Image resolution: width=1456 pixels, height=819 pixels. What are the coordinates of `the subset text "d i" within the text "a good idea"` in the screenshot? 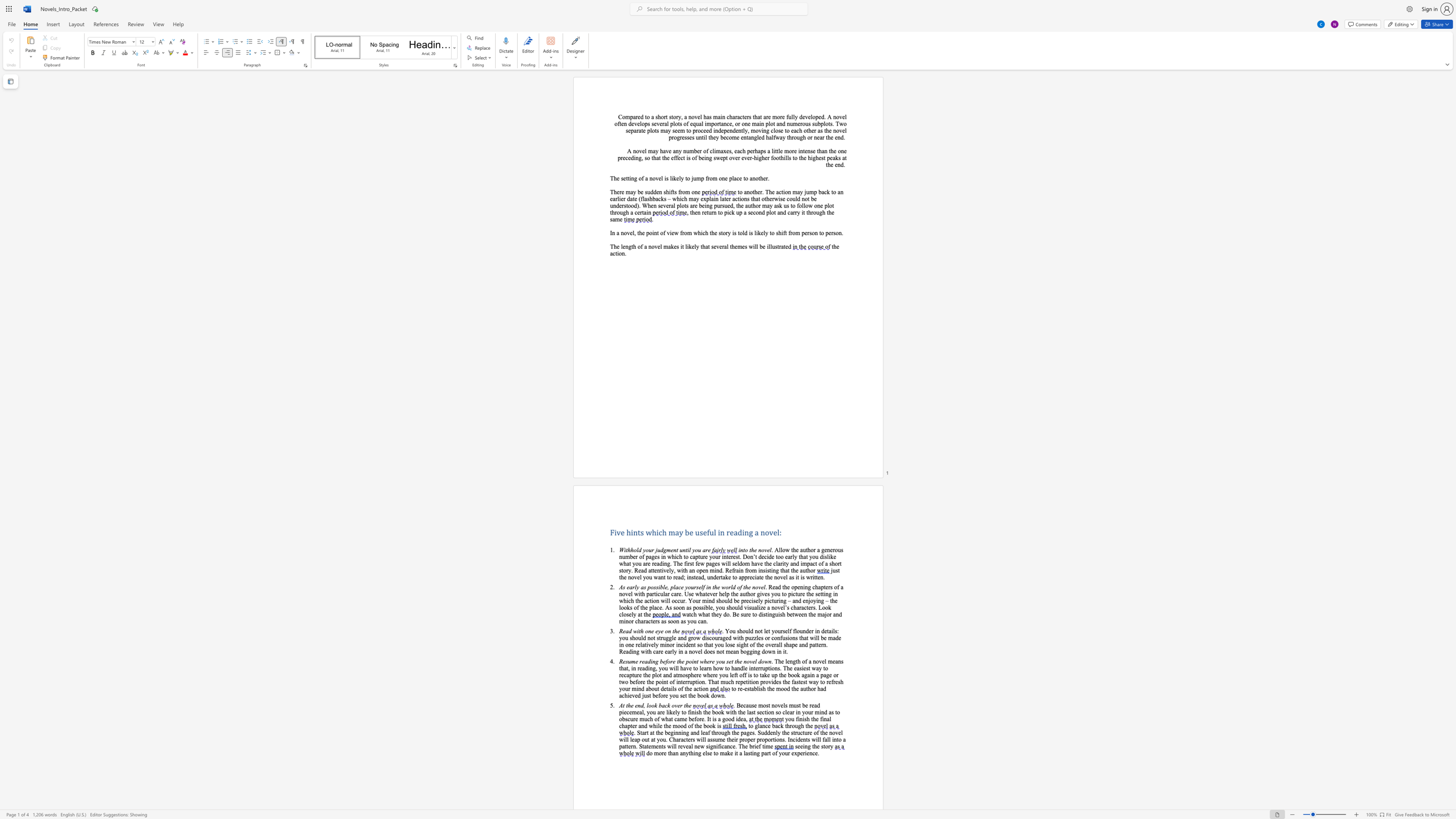 It's located at (731, 718).